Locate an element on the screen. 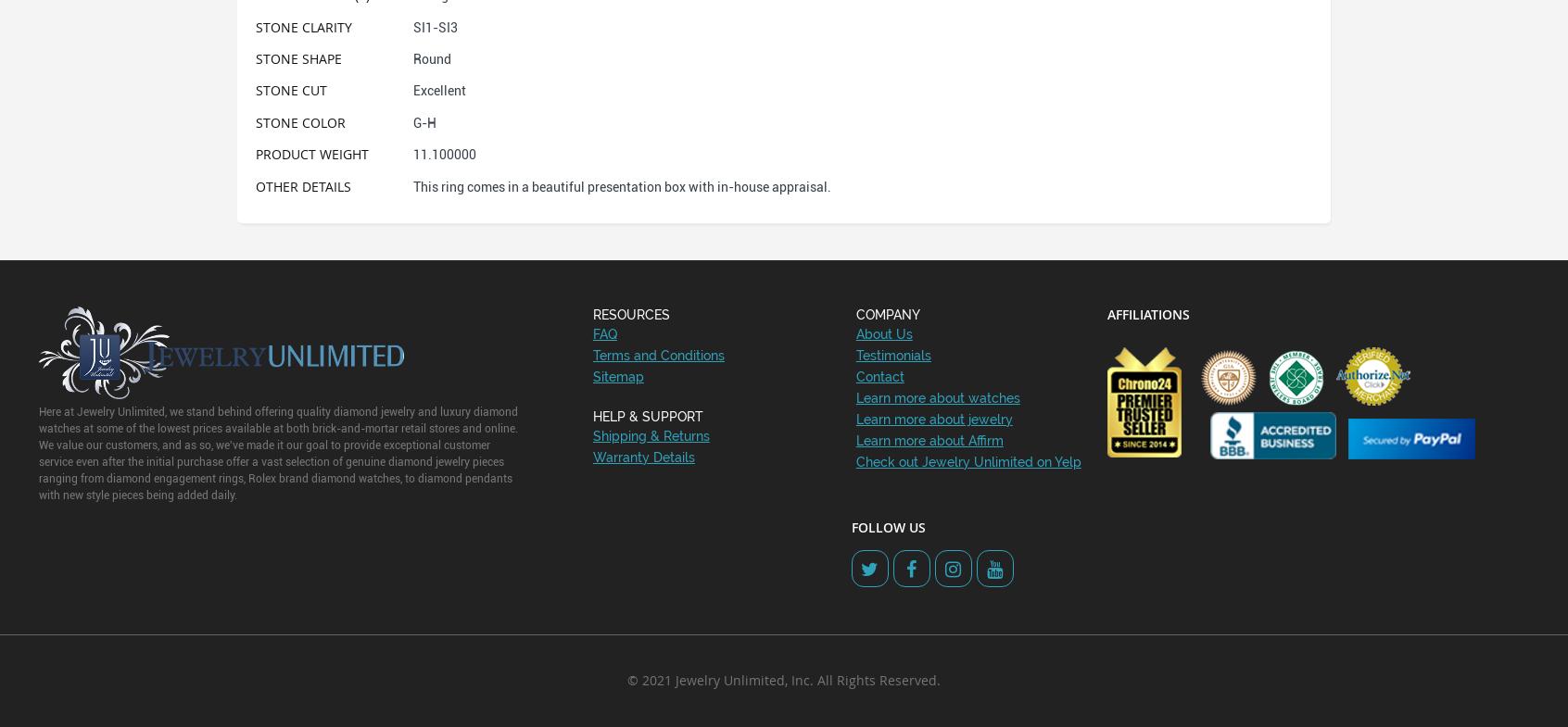 Image resolution: width=1568 pixels, height=727 pixels. 'Stone Clarity' is located at coordinates (303, 25).